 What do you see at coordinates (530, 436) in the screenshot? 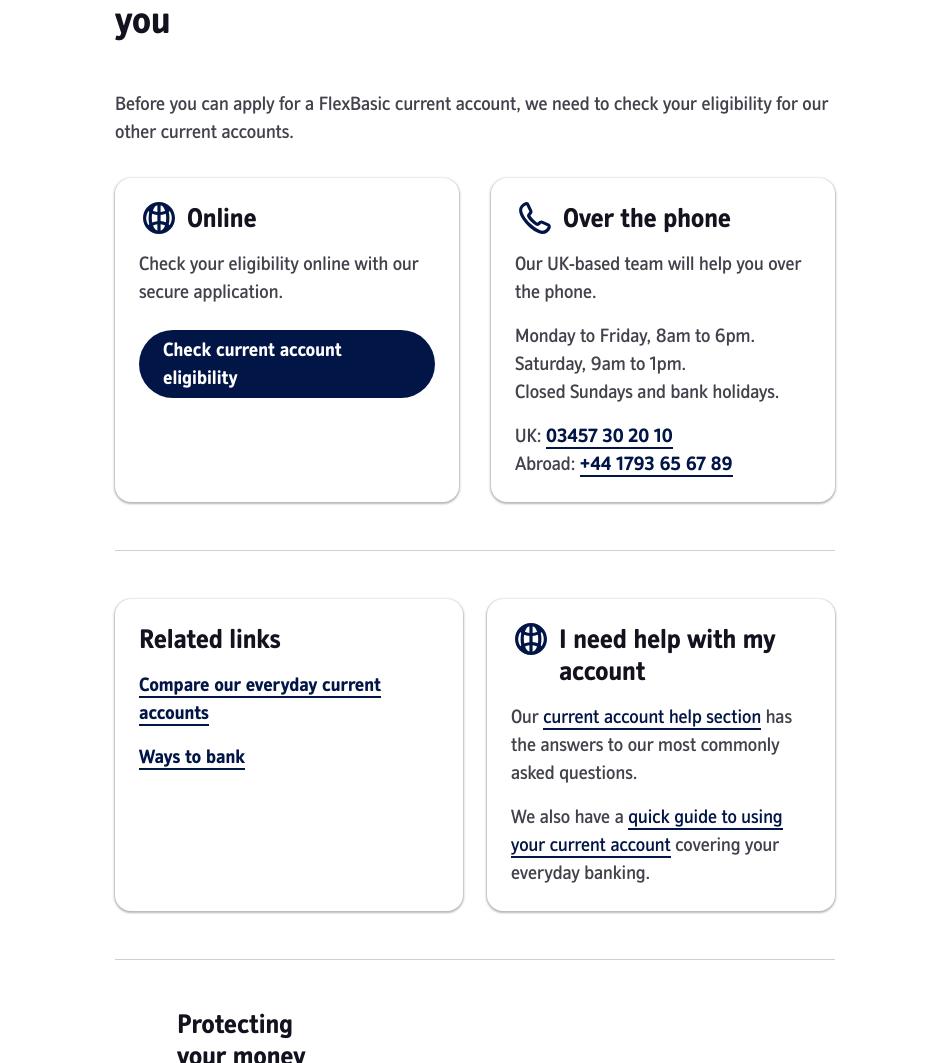
I see `'UK:'` at bounding box center [530, 436].